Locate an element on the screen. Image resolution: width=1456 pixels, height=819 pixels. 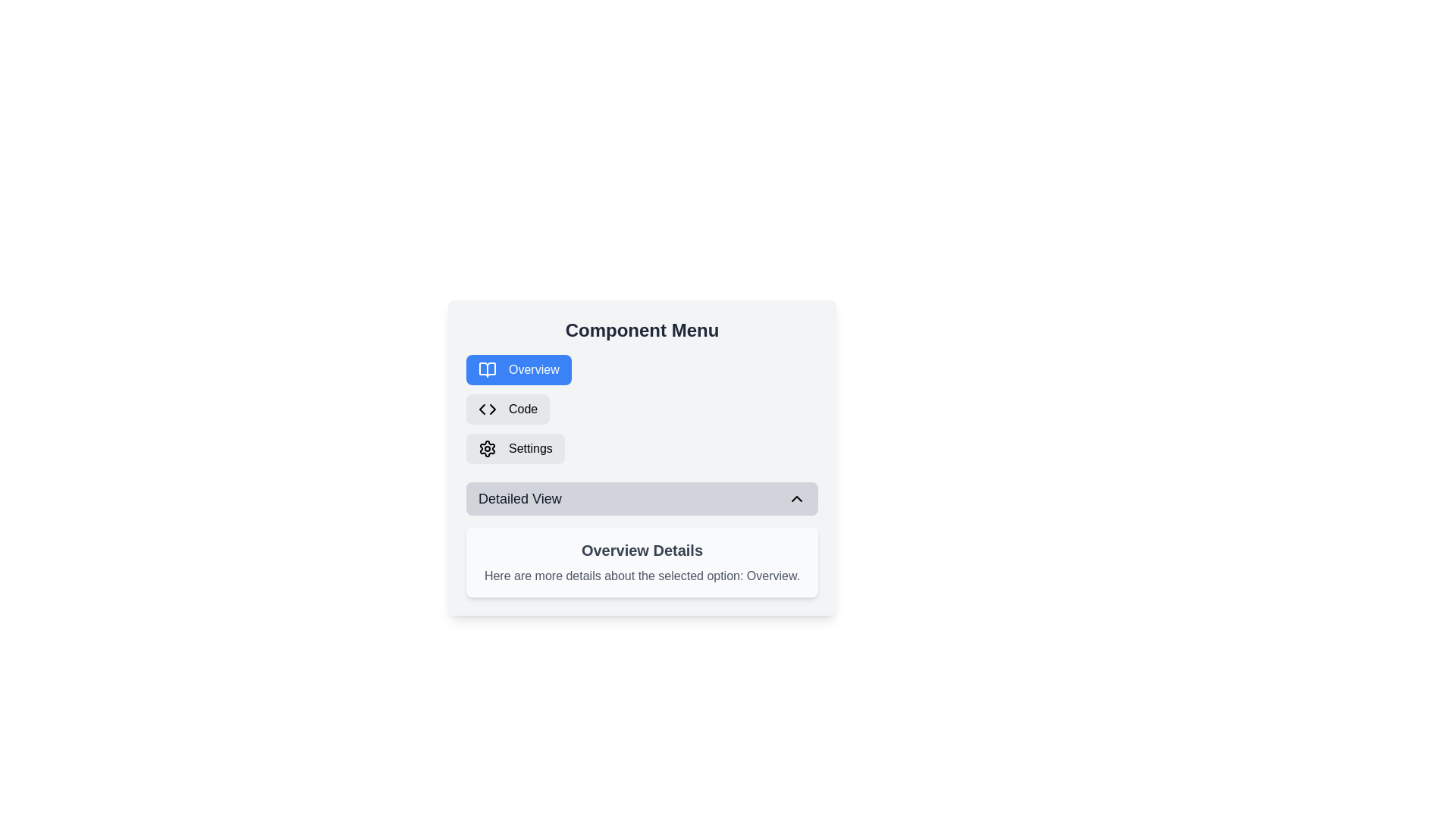
the 'Settings' text label is located at coordinates (530, 447).